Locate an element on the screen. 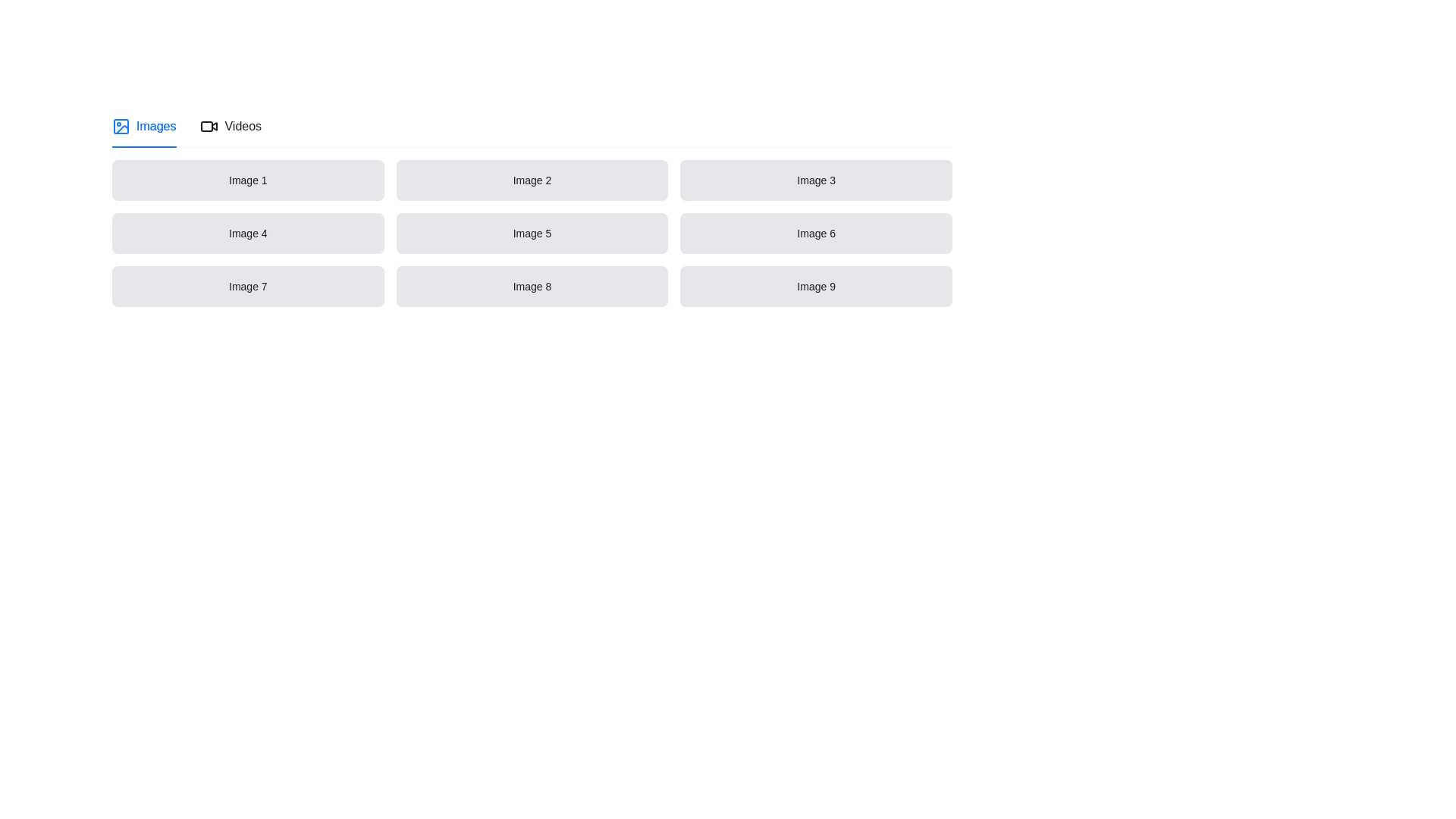  the 'Images' tab button, which is a blue-bordered rectangular icon with the text 'Images' in blue font is located at coordinates (144, 125).